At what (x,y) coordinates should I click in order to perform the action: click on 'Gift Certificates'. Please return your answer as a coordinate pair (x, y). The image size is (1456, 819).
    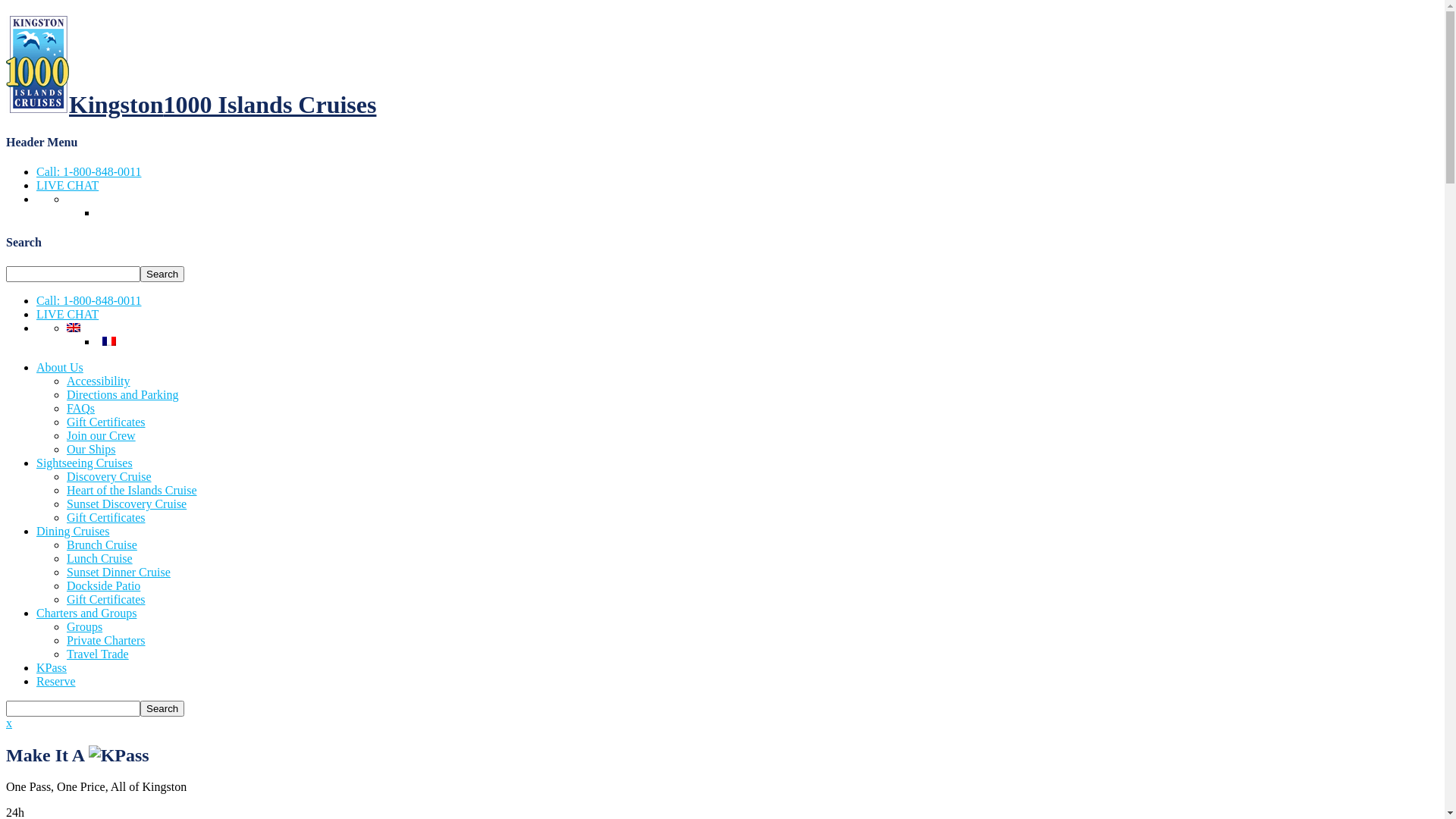
    Looking at the image, I should click on (105, 422).